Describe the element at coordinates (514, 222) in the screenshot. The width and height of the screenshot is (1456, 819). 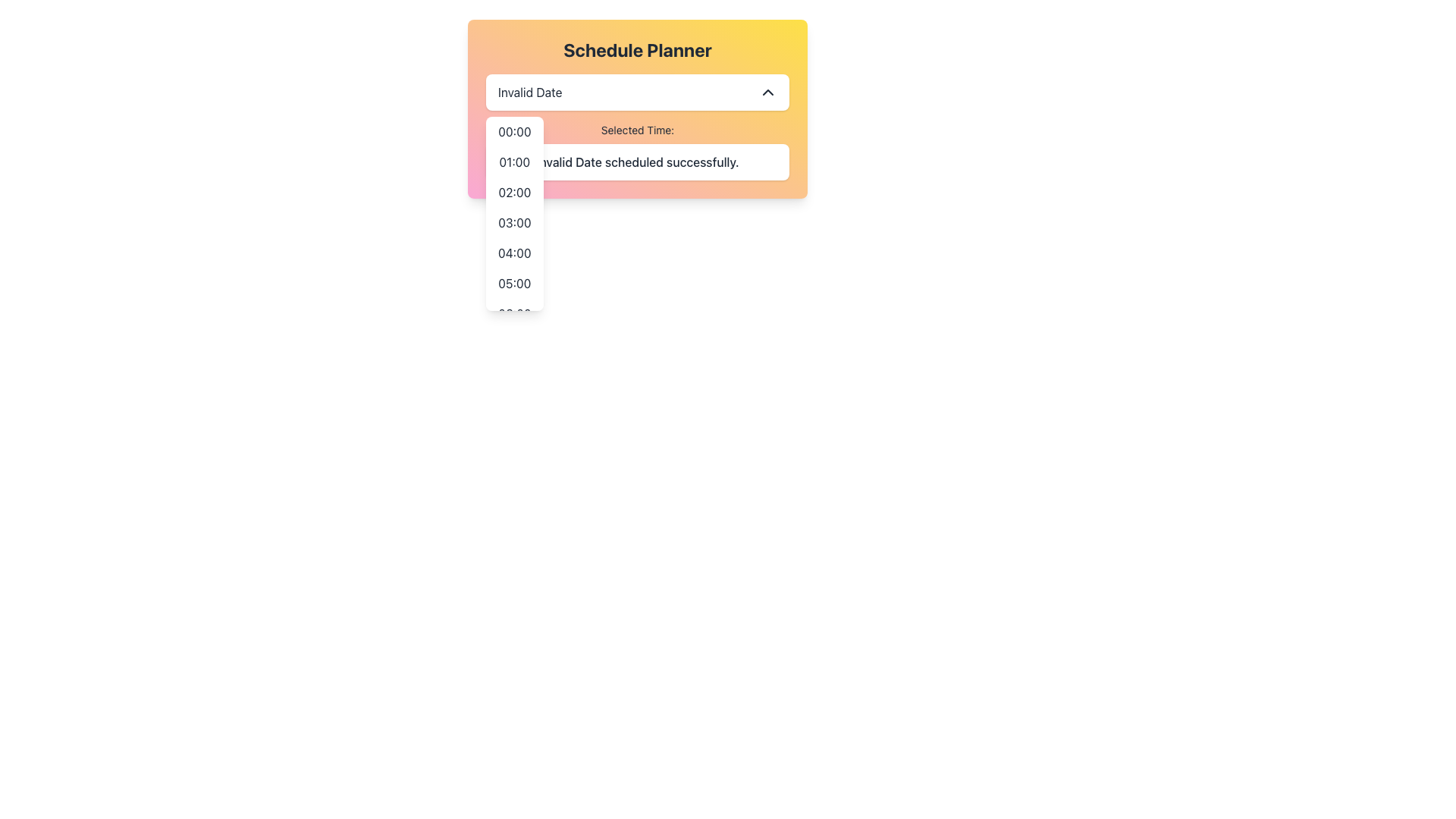
I see `the fourth option in the dropdown menu` at that location.